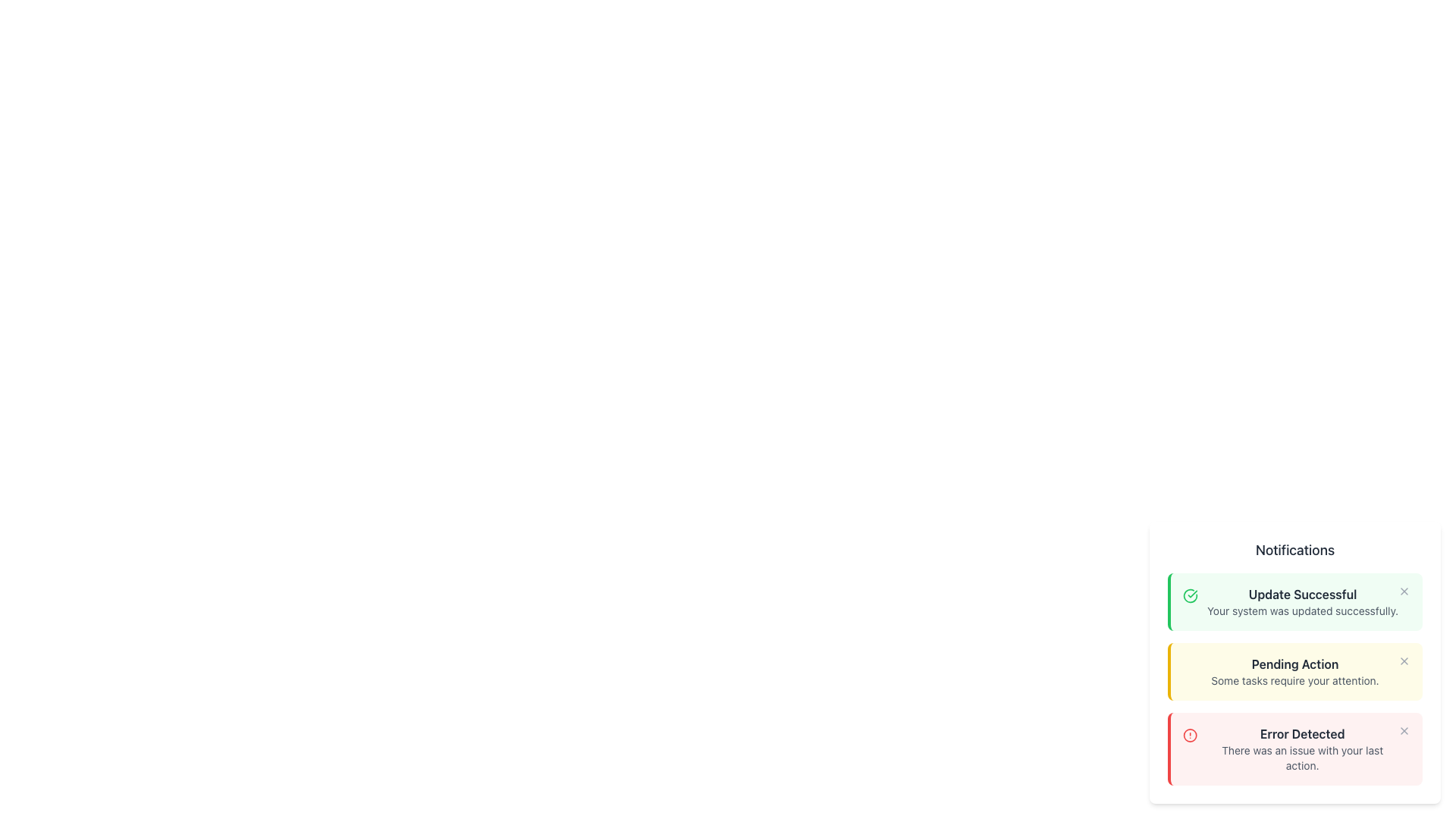 The image size is (1456, 819). I want to click on the second notification card in the 'Notifications' section to interact with other elements within or around it, so click(1295, 671).